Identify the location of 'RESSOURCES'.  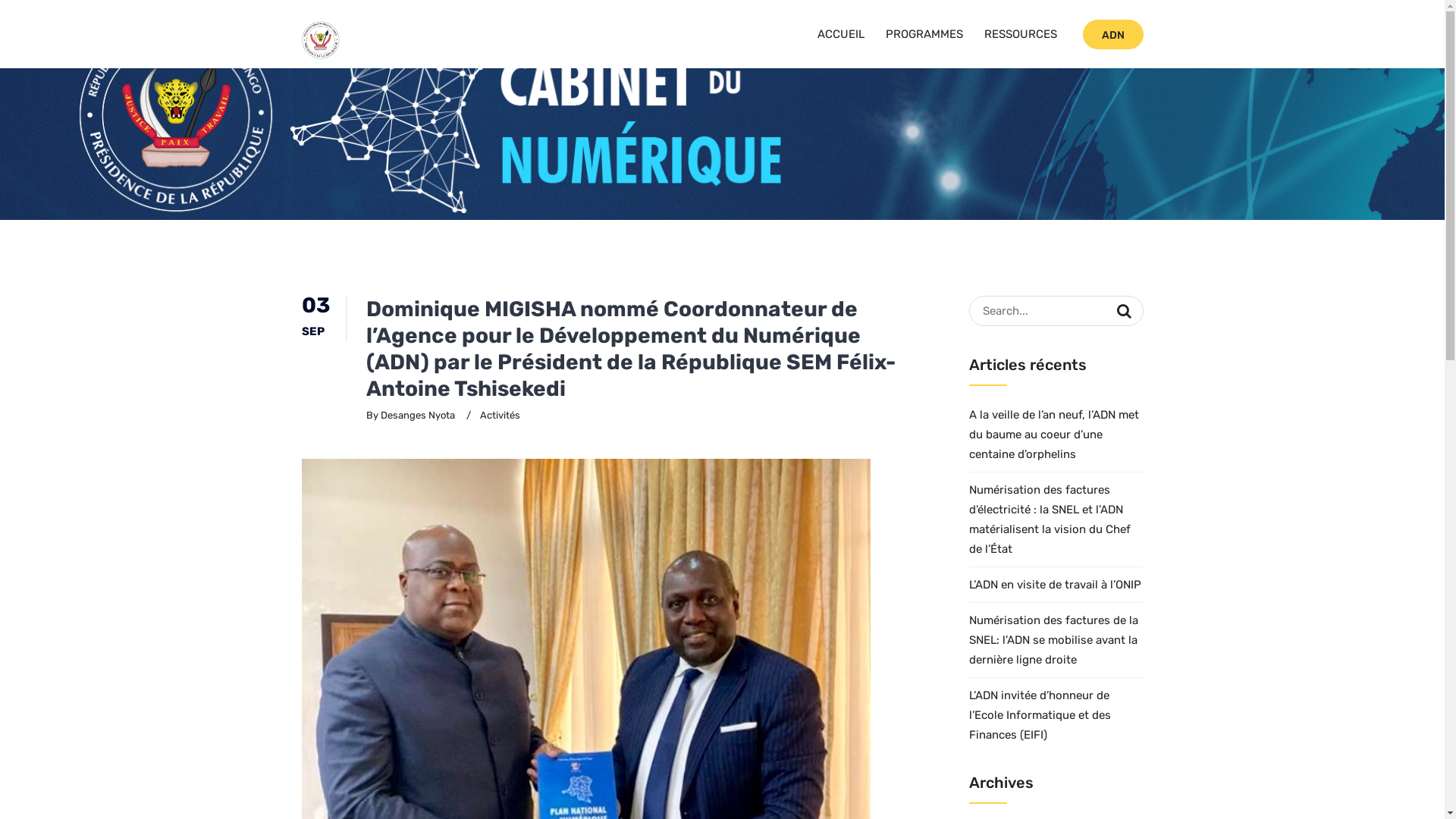
(1020, 34).